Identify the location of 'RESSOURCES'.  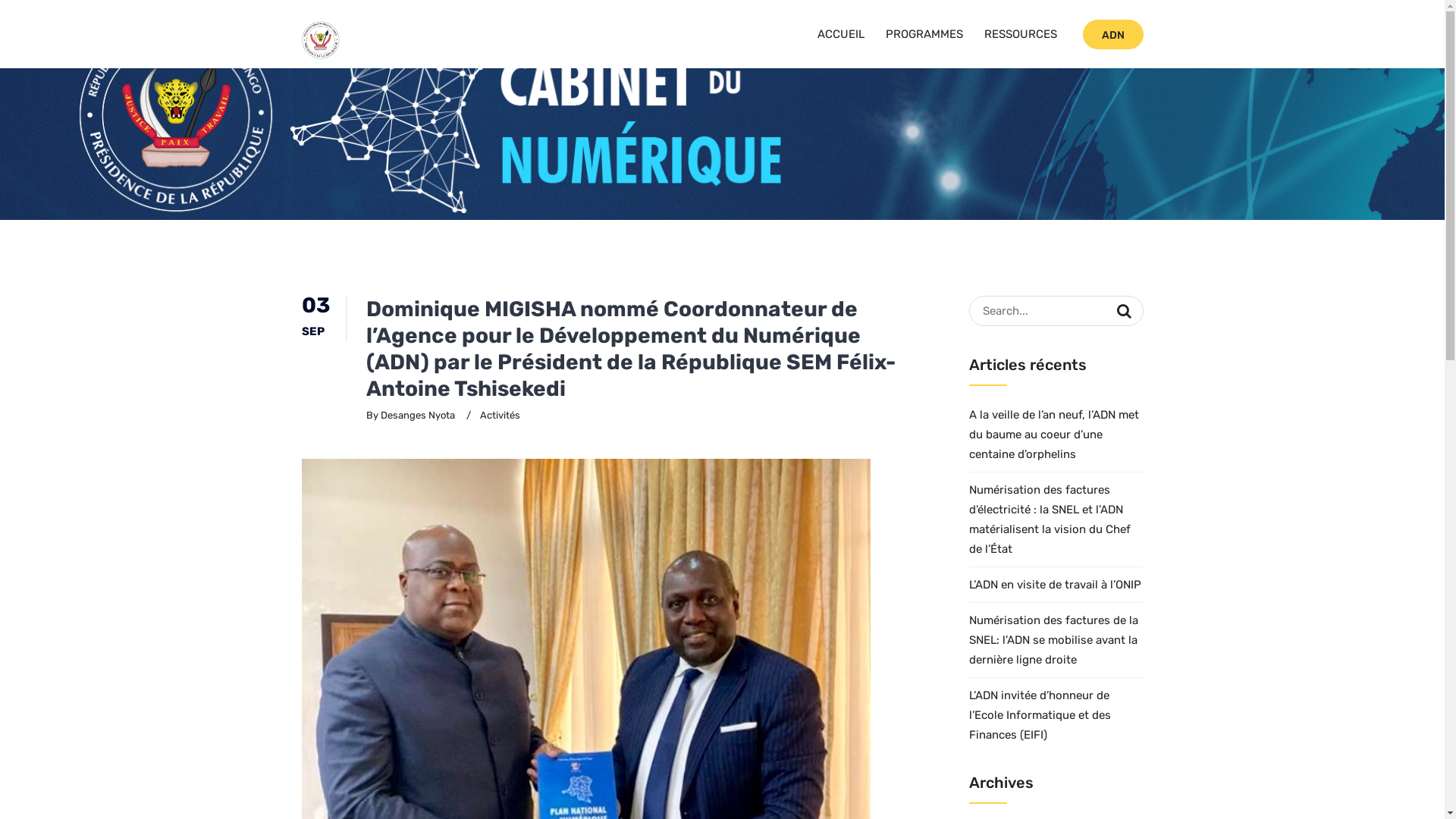
(1020, 34).